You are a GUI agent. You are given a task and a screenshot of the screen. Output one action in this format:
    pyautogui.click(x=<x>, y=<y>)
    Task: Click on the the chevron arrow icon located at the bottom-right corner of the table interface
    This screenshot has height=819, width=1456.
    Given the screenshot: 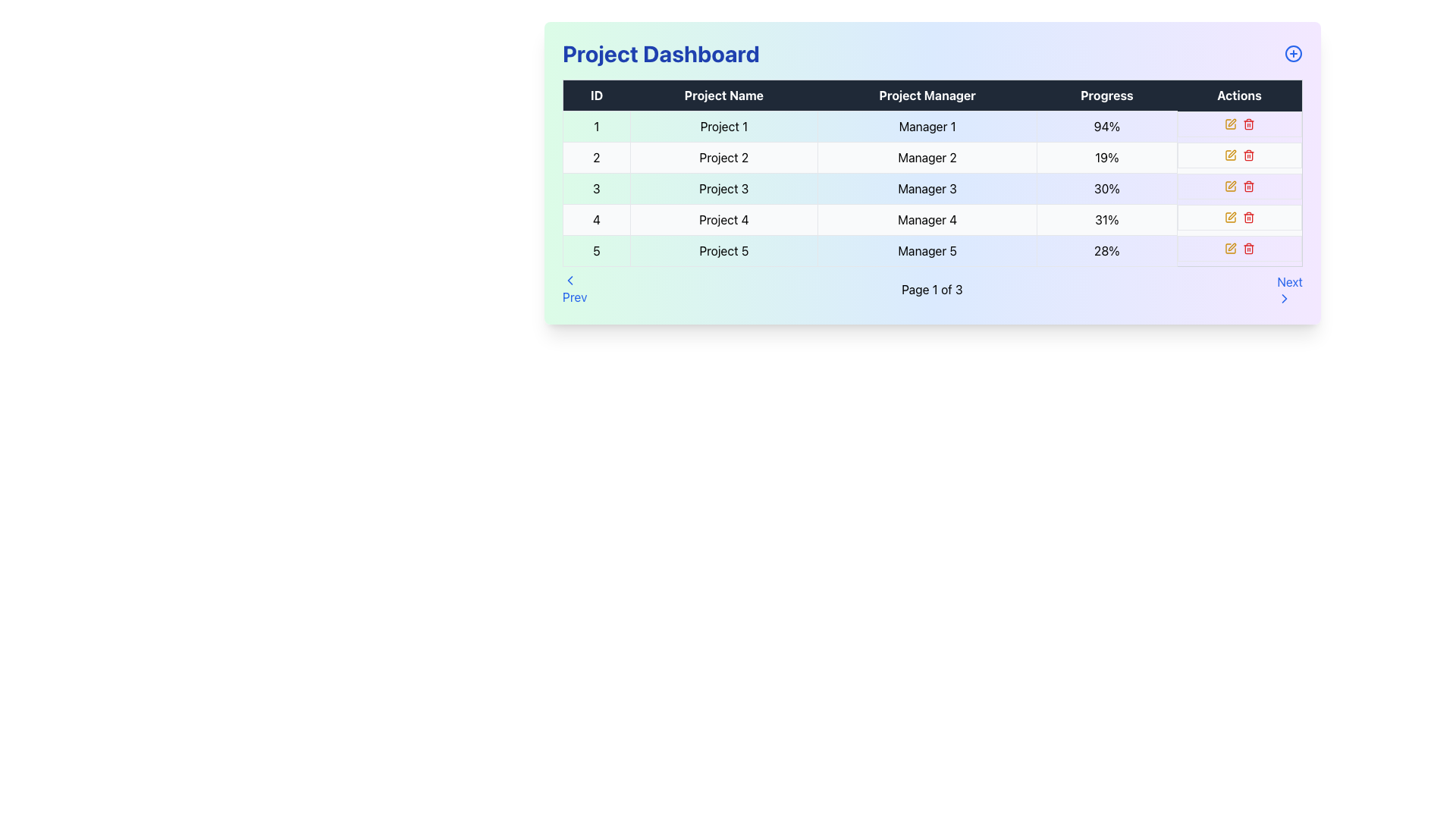 What is the action you would take?
    pyautogui.click(x=1284, y=298)
    